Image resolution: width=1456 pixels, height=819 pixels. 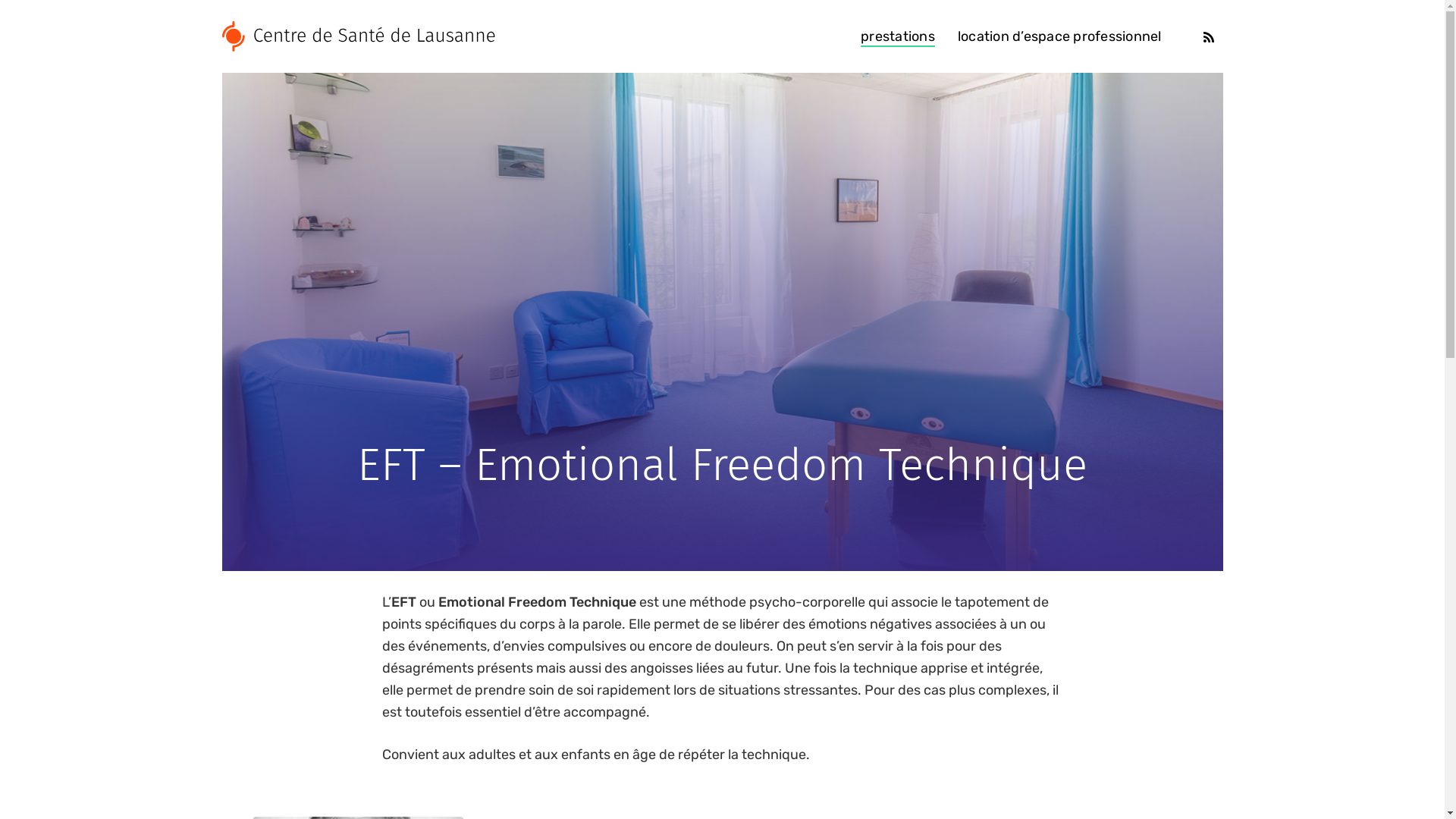 What do you see at coordinates (860, 35) in the screenshot?
I see `'prestations'` at bounding box center [860, 35].